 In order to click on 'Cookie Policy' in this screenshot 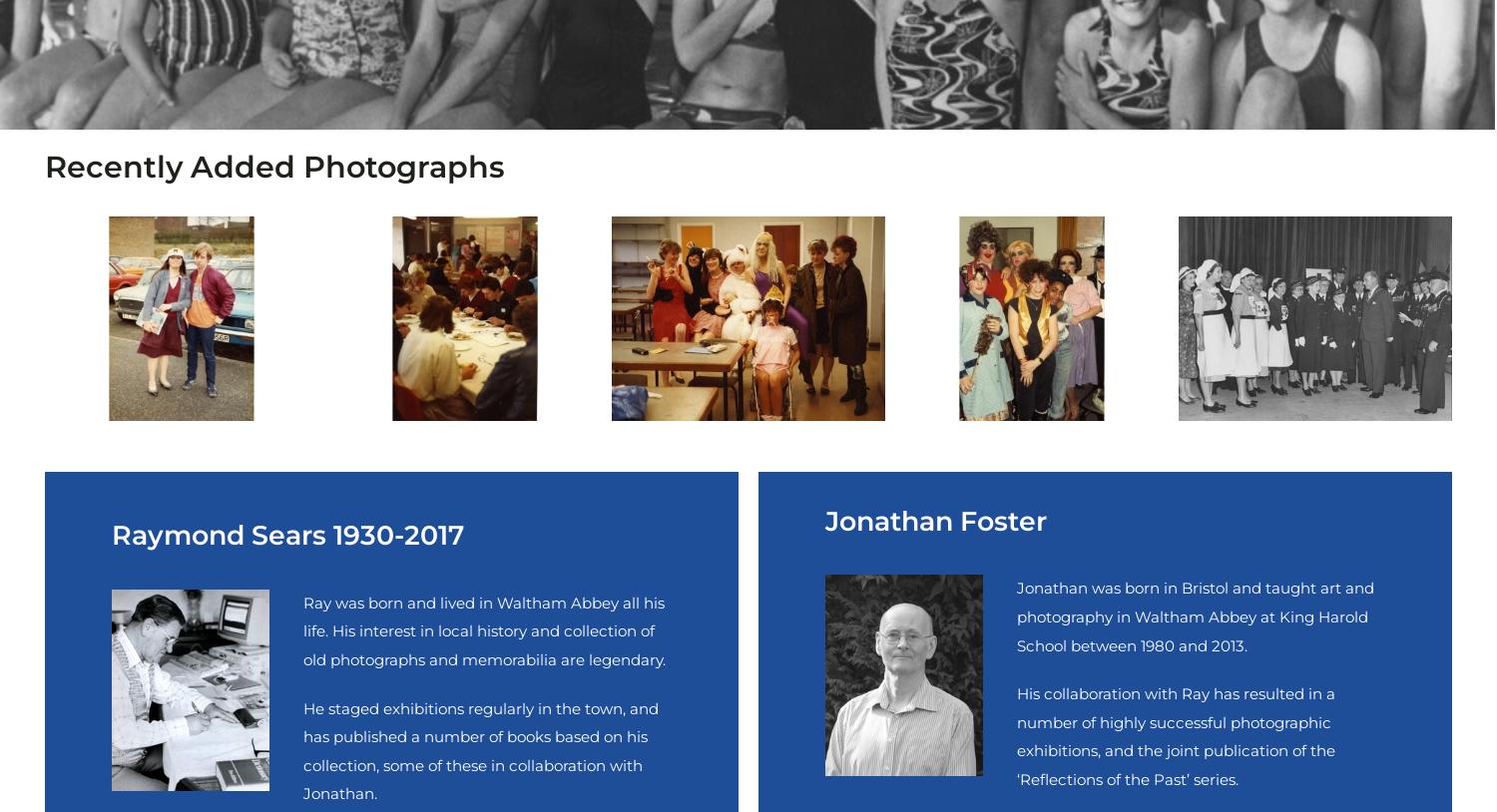, I will do `click(93, 519)`.